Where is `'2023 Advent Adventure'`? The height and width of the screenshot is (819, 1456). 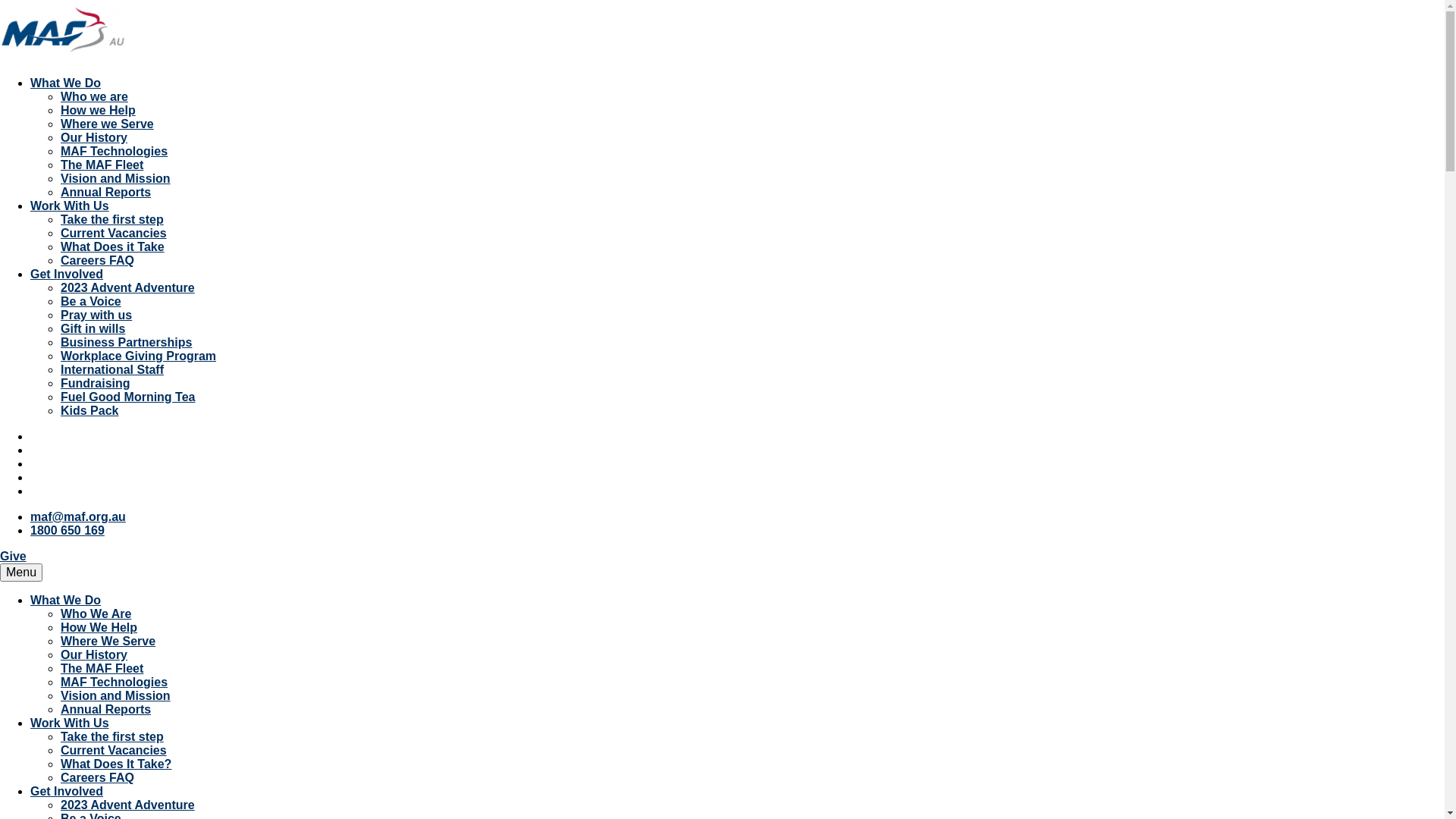 '2023 Advent Adventure' is located at coordinates (127, 804).